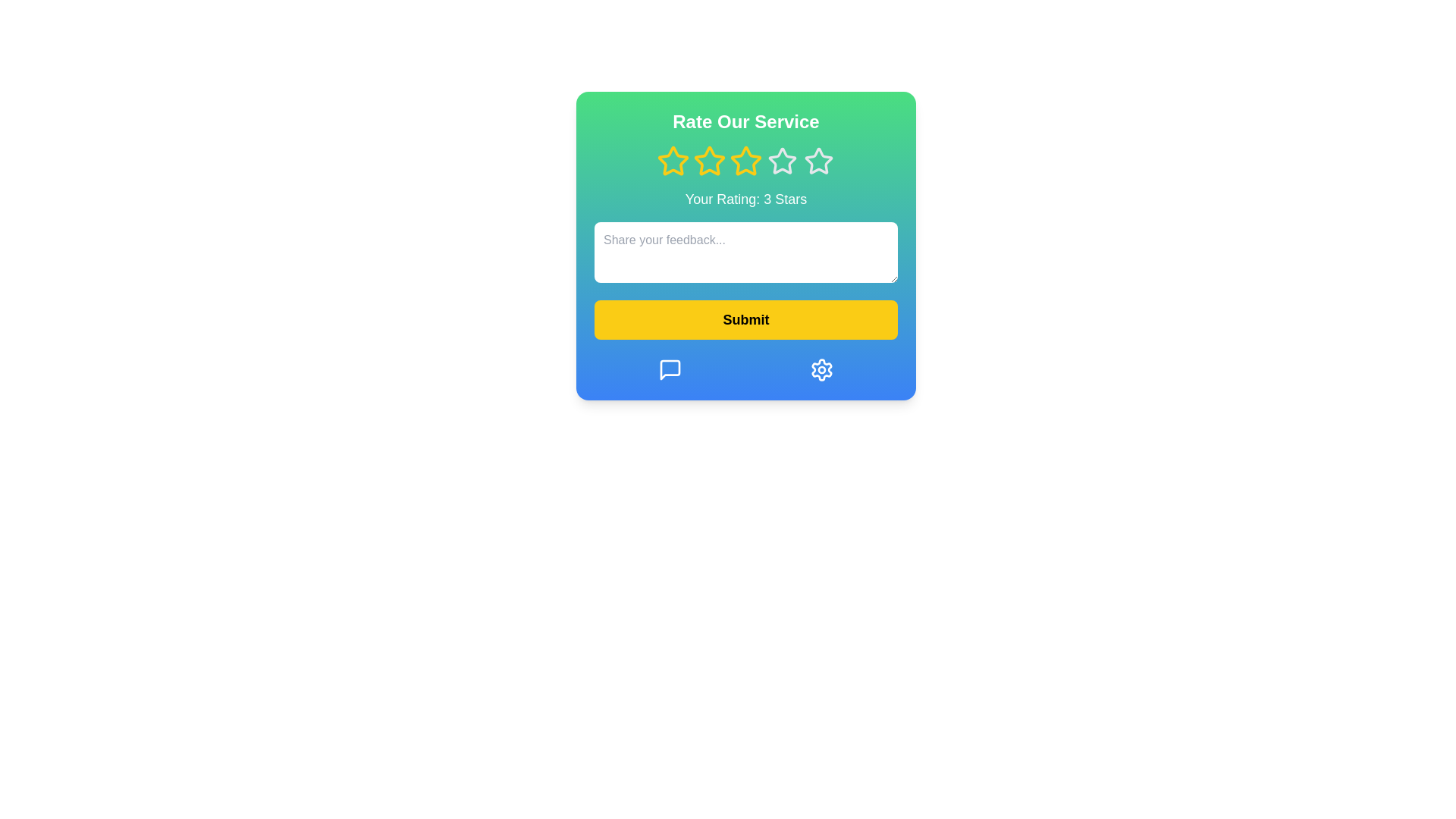  What do you see at coordinates (709, 161) in the screenshot?
I see `the third yellow star` at bounding box center [709, 161].